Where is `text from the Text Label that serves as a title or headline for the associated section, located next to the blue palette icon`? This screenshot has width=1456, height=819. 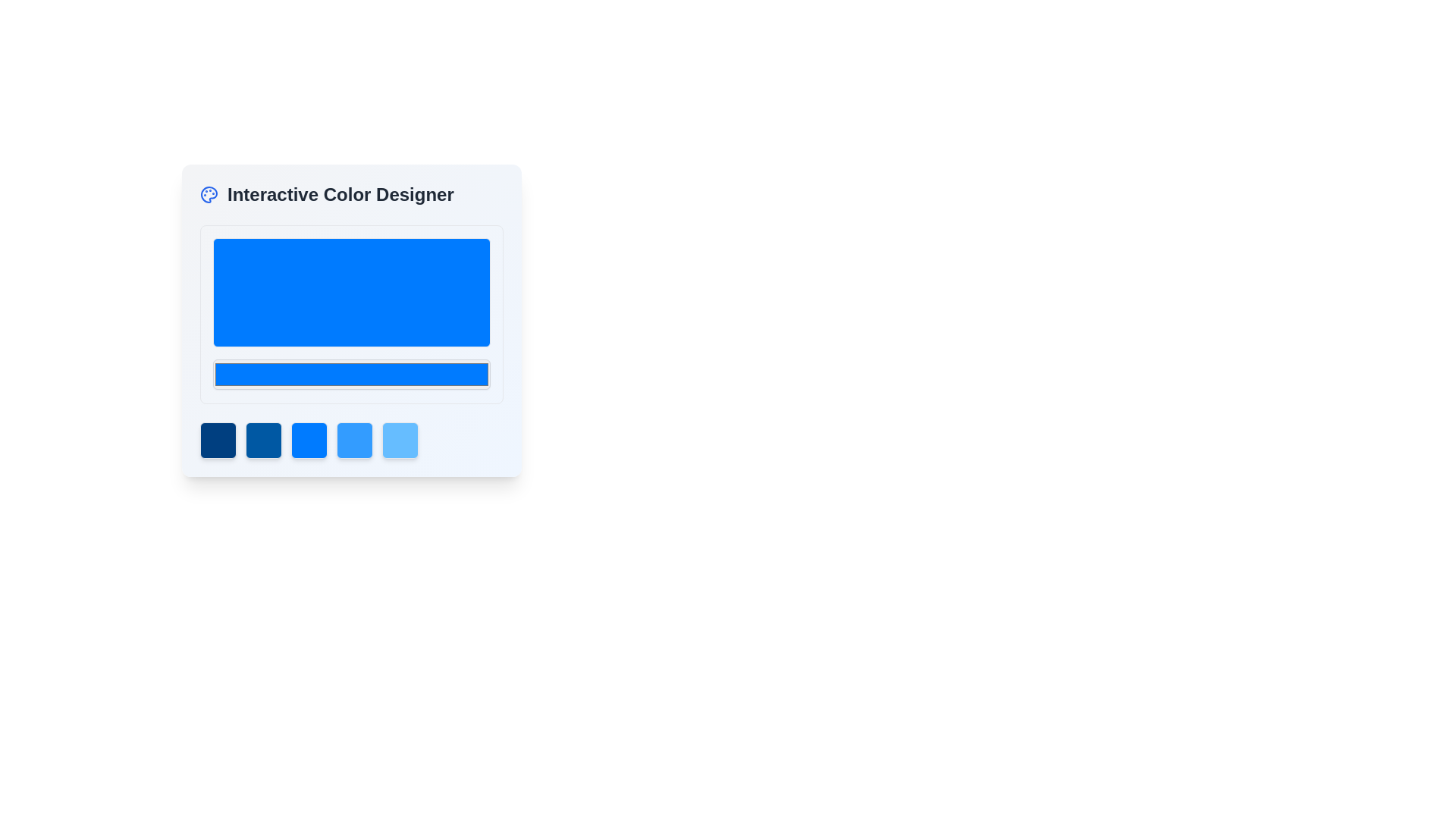
text from the Text Label that serves as a title or headline for the associated section, located next to the blue palette icon is located at coordinates (340, 194).